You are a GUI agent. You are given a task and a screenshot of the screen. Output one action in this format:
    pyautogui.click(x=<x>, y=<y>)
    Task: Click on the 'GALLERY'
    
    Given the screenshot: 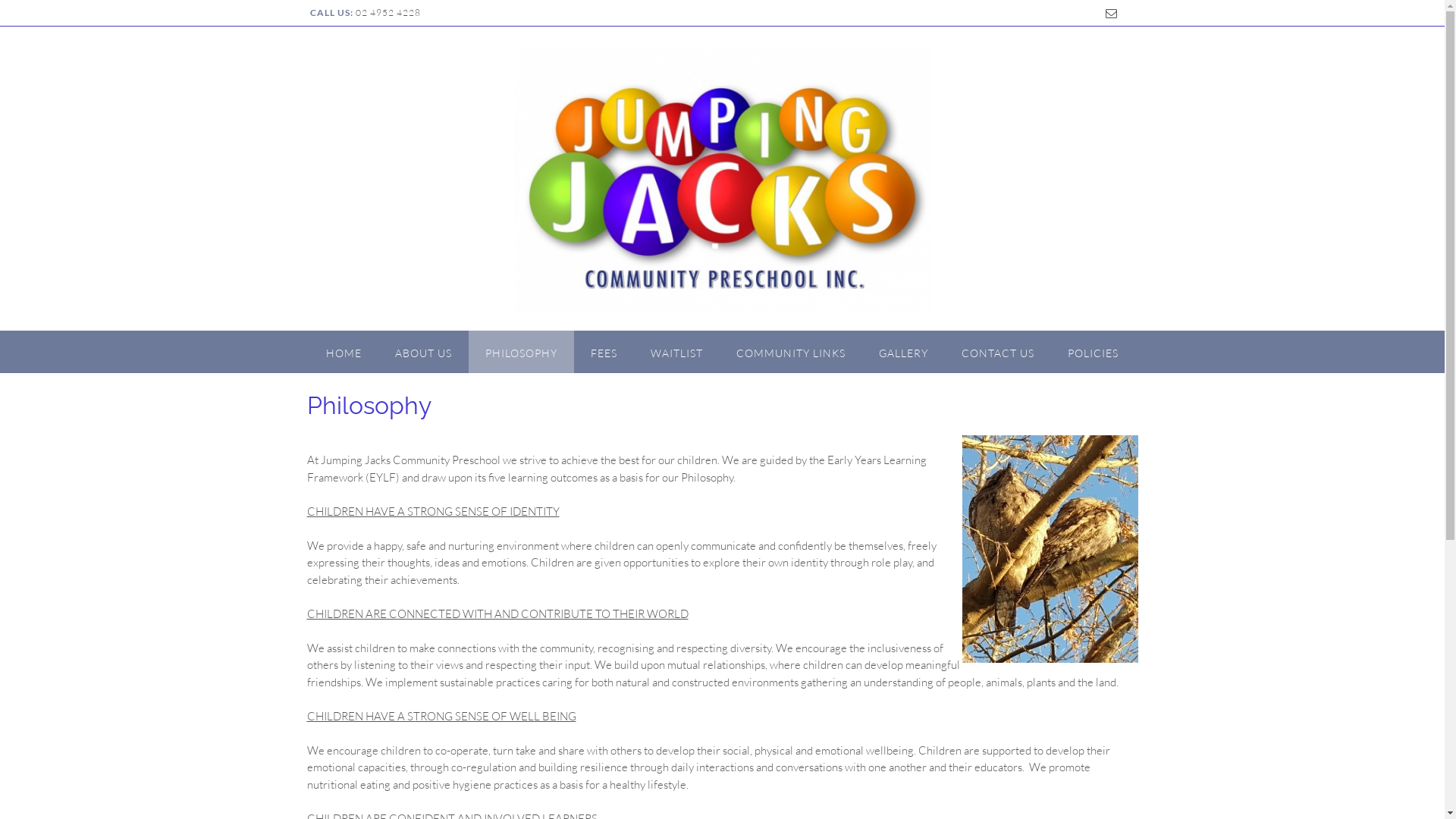 What is the action you would take?
    pyautogui.click(x=862, y=351)
    